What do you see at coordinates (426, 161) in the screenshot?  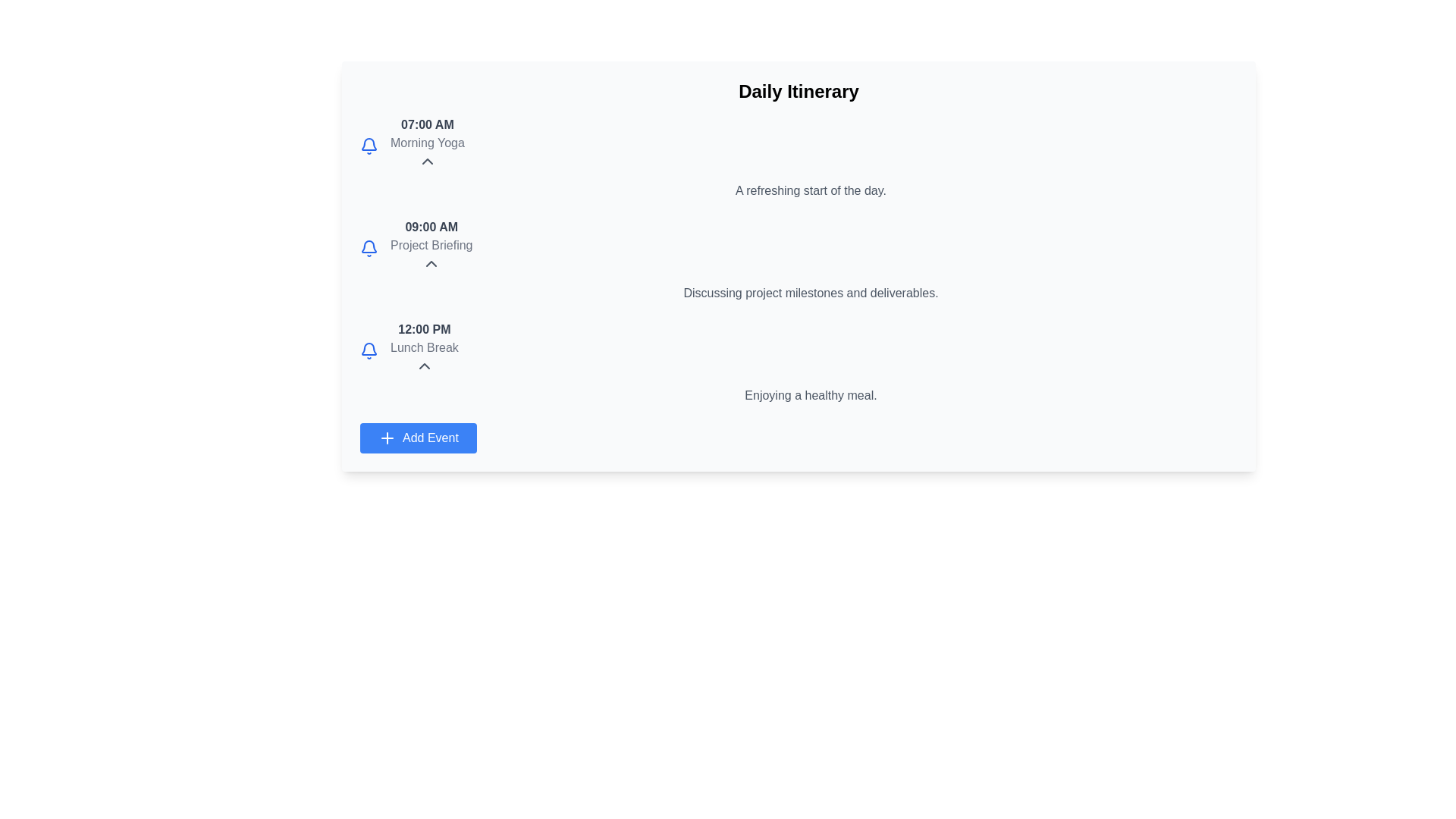 I see `the chevron button to collapse the 'Morning Yoga' section` at bounding box center [426, 161].